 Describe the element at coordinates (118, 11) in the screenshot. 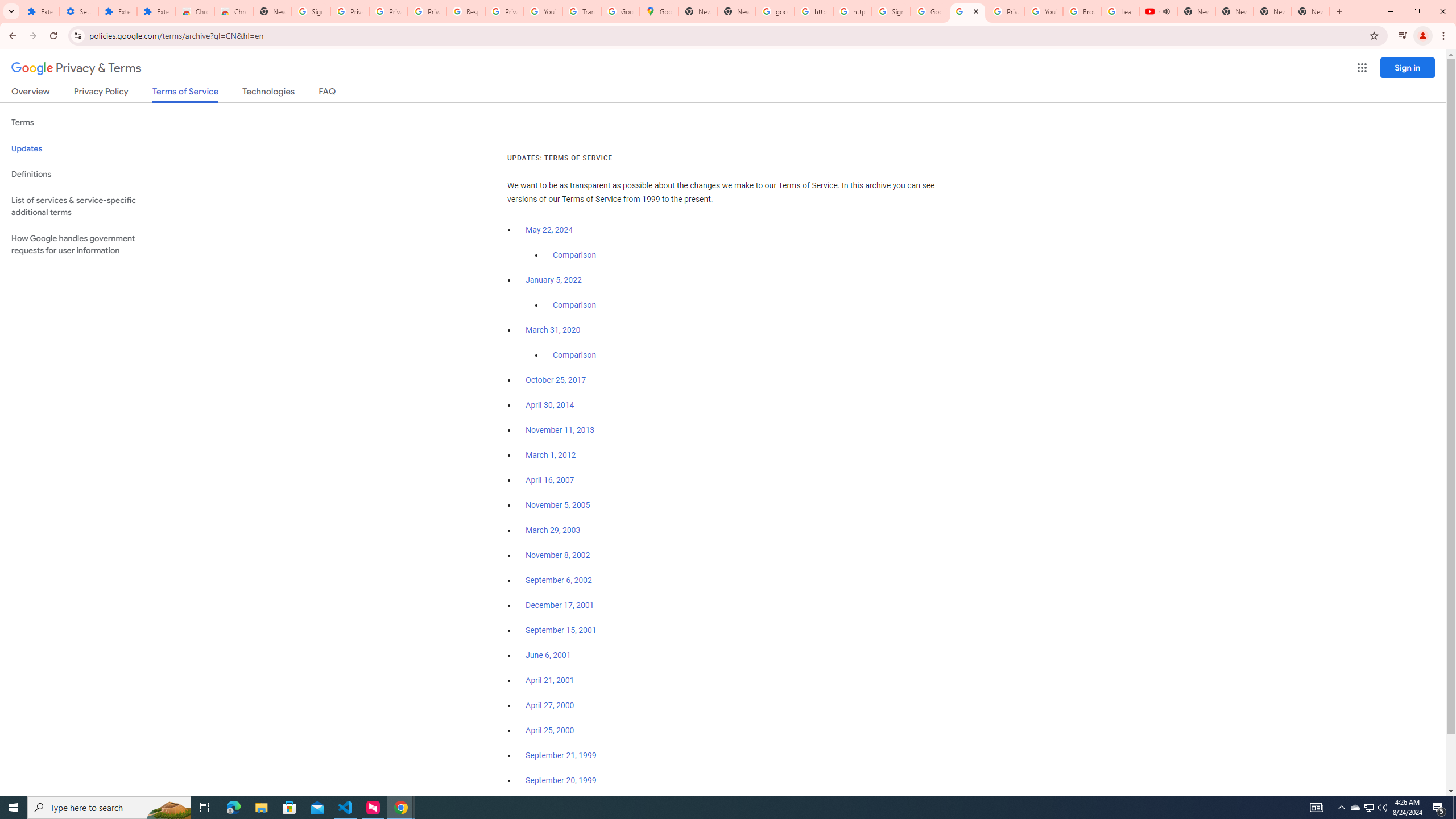

I see `'Extensions'` at that location.